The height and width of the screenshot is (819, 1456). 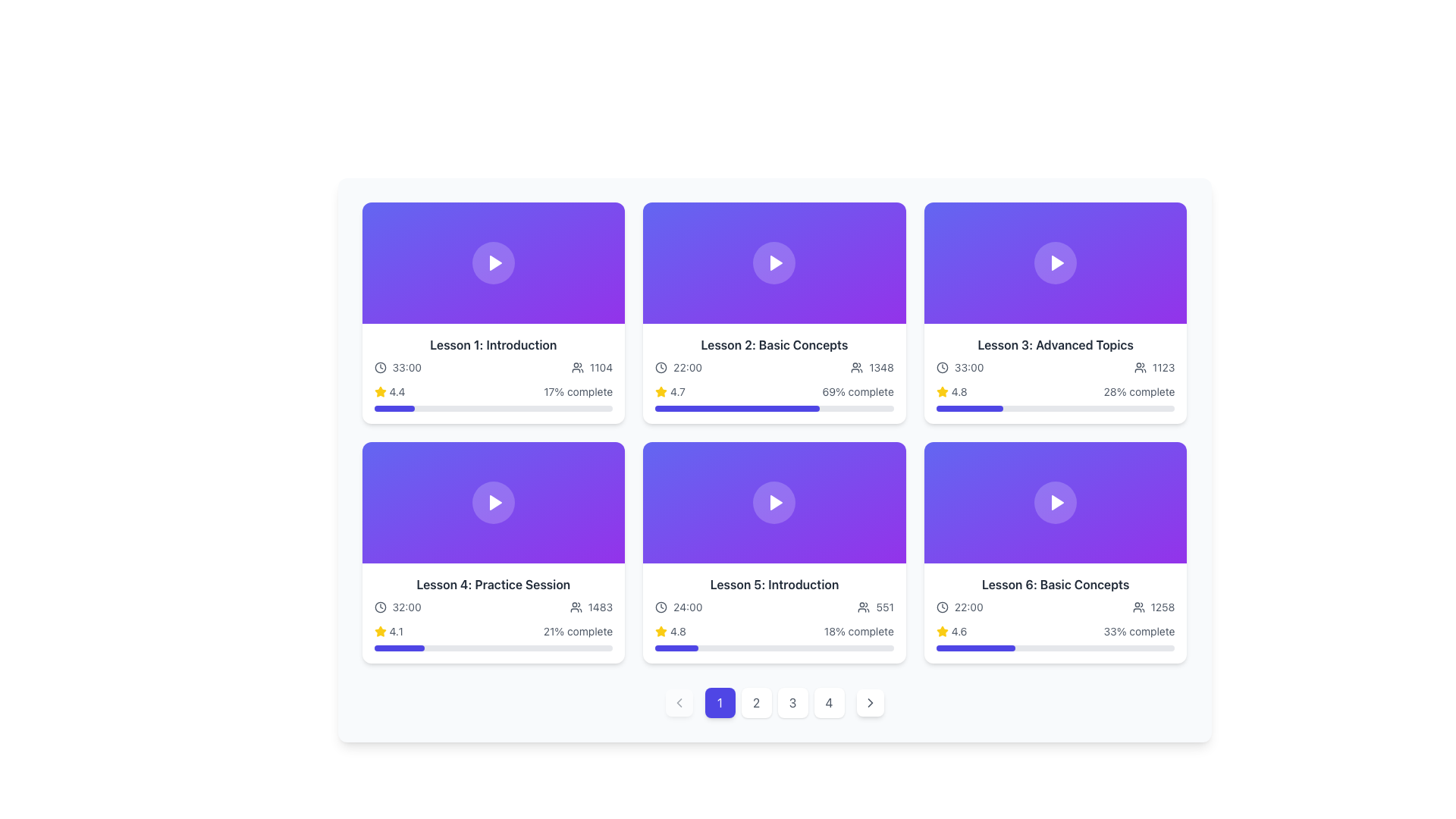 What do you see at coordinates (669, 391) in the screenshot?
I see `the Rating display element that visually shows the course rating, located in the second panel of the grid layout, close to the progress bar and the '69% complete' text` at bounding box center [669, 391].